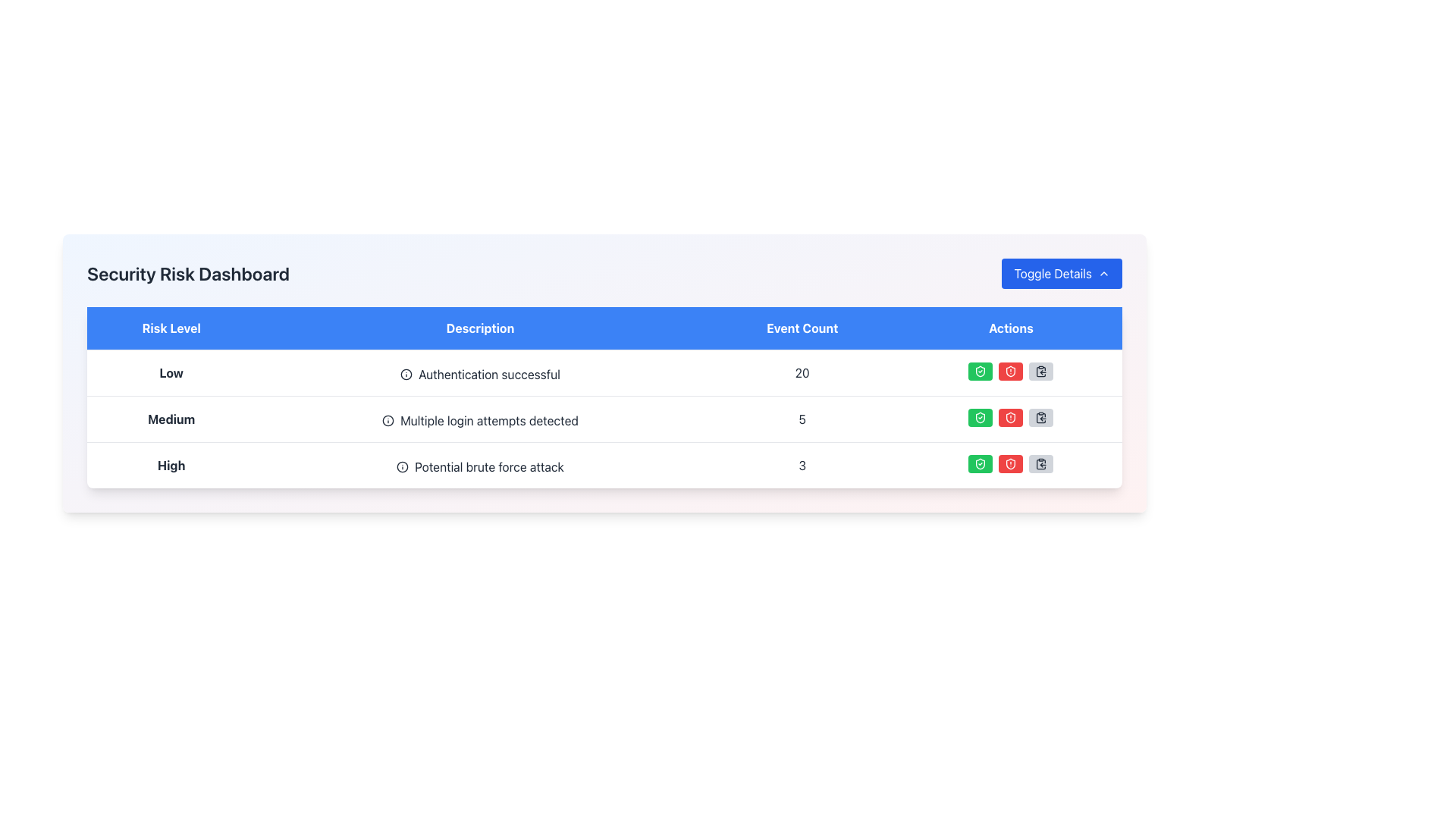 Image resolution: width=1456 pixels, height=819 pixels. Describe the element at coordinates (406, 374) in the screenshot. I see `the circular icon located in the 'Description' column of the 'Low' risk level row in the 'Security Risk Dashboard' table, which precedes the text 'Authentication successful'` at that location.